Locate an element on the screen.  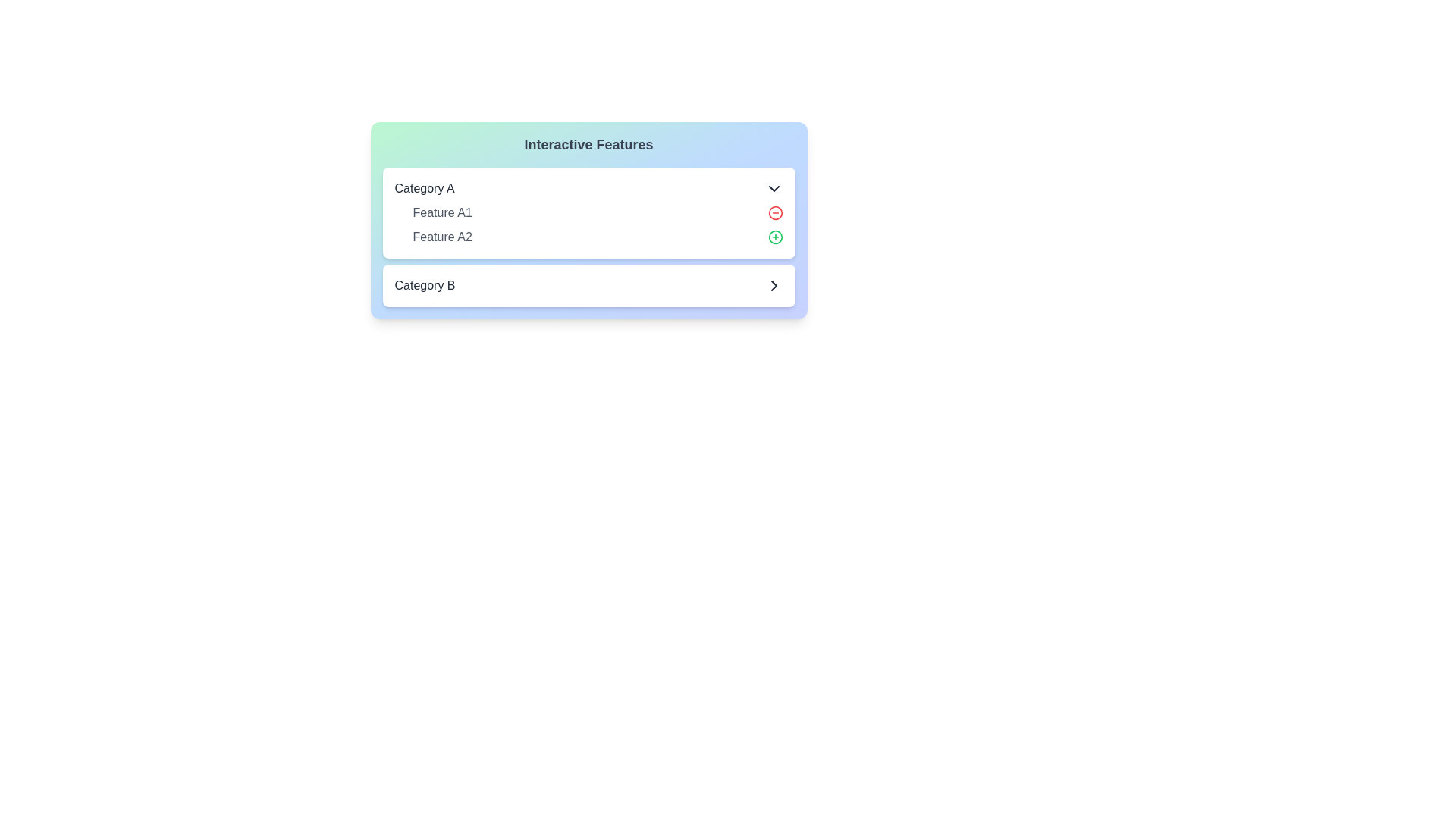
the rightward-pointing chevron icon located to the right of the text 'Category B' is located at coordinates (773, 286).